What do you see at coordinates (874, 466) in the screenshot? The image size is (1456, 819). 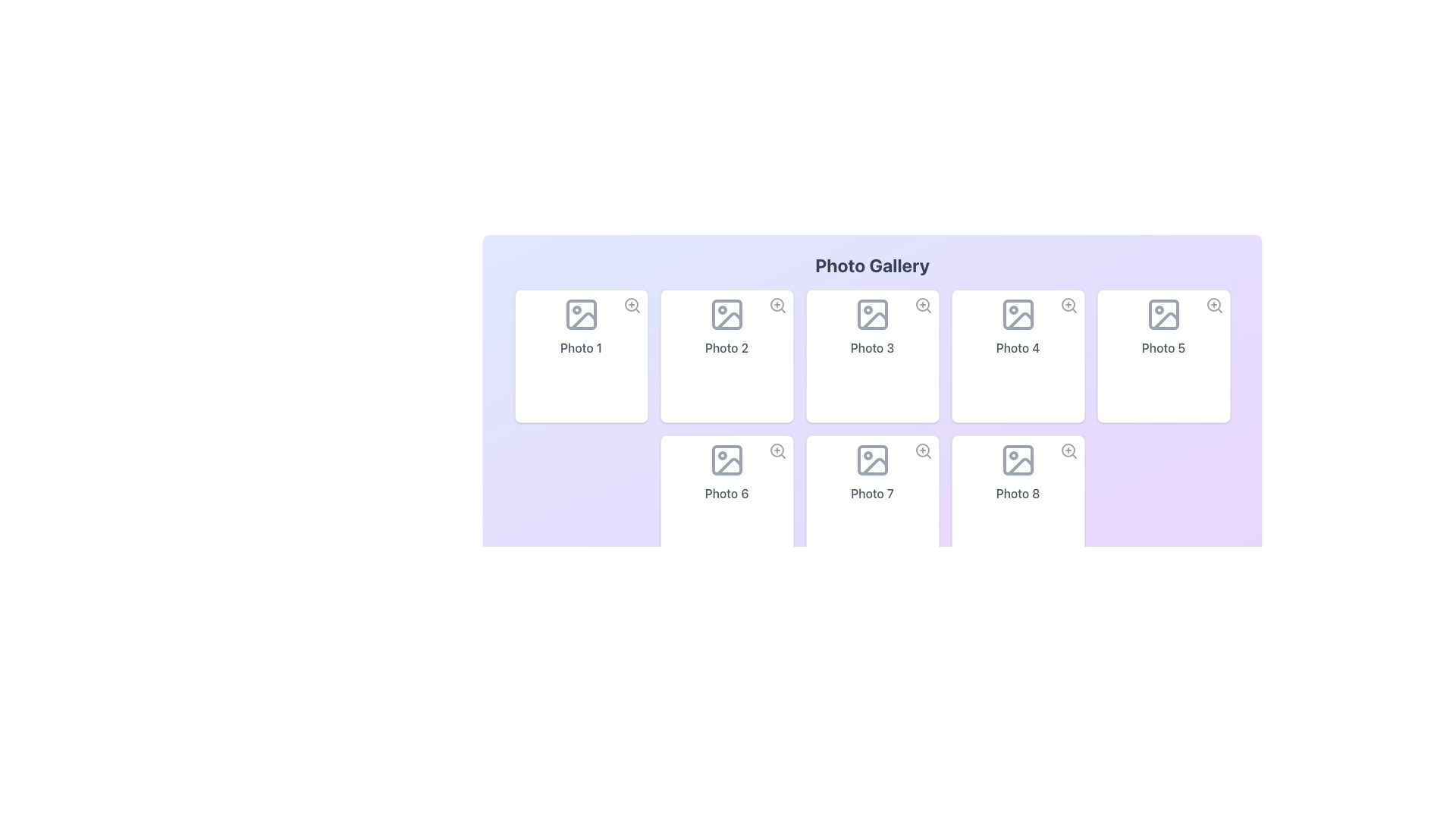 I see `the broken image placeholder icon in the seventh photo of the gallery grid, which indicates a missing or broken image` at bounding box center [874, 466].